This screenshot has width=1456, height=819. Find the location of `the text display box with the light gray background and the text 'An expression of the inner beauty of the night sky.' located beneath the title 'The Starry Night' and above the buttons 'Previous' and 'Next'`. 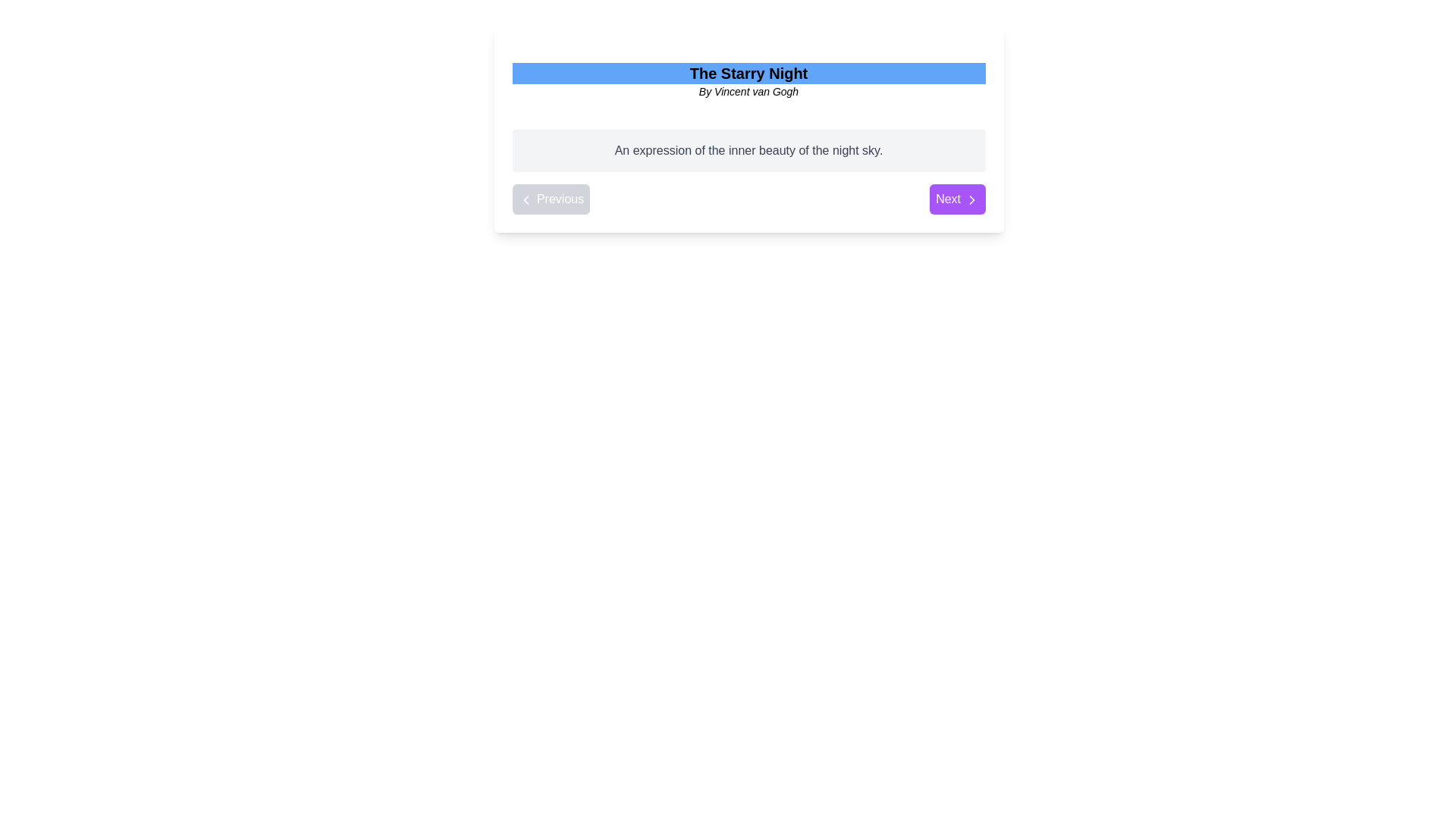

the text display box with the light gray background and the text 'An expression of the inner beauty of the night sky.' located beneath the title 'The Starry Night' and above the buttons 'Previous' and 'Next' is located at coordinates (748, 151).